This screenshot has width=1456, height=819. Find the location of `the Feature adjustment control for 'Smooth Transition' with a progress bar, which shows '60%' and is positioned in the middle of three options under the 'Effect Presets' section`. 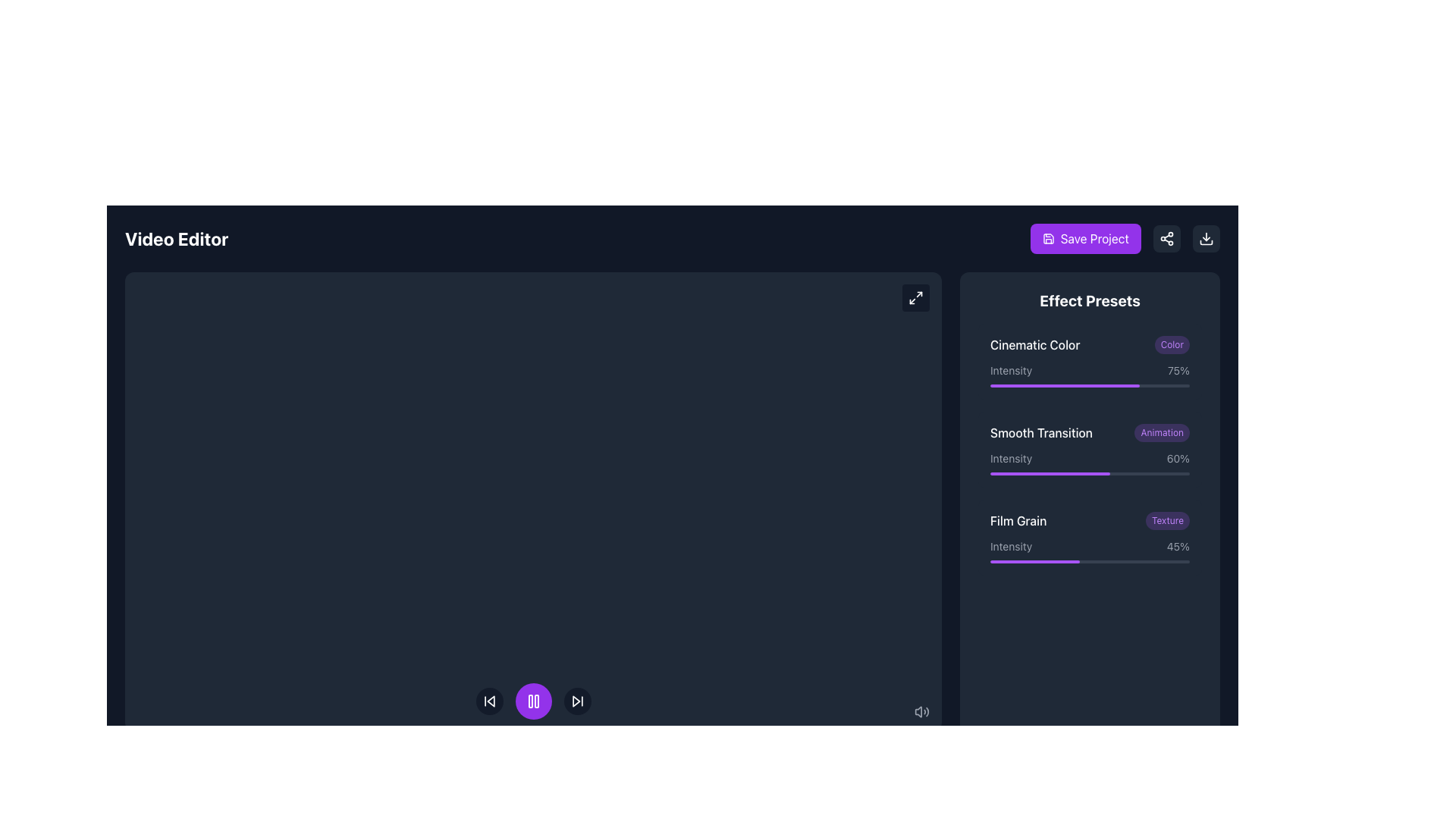

the Feature adjustment control for 'Smooth Transition' with a progress bar, which shows '60%' and is positioned in the middle of three options under the 'Effect Presets' section is located at coordinates (1089, 449).